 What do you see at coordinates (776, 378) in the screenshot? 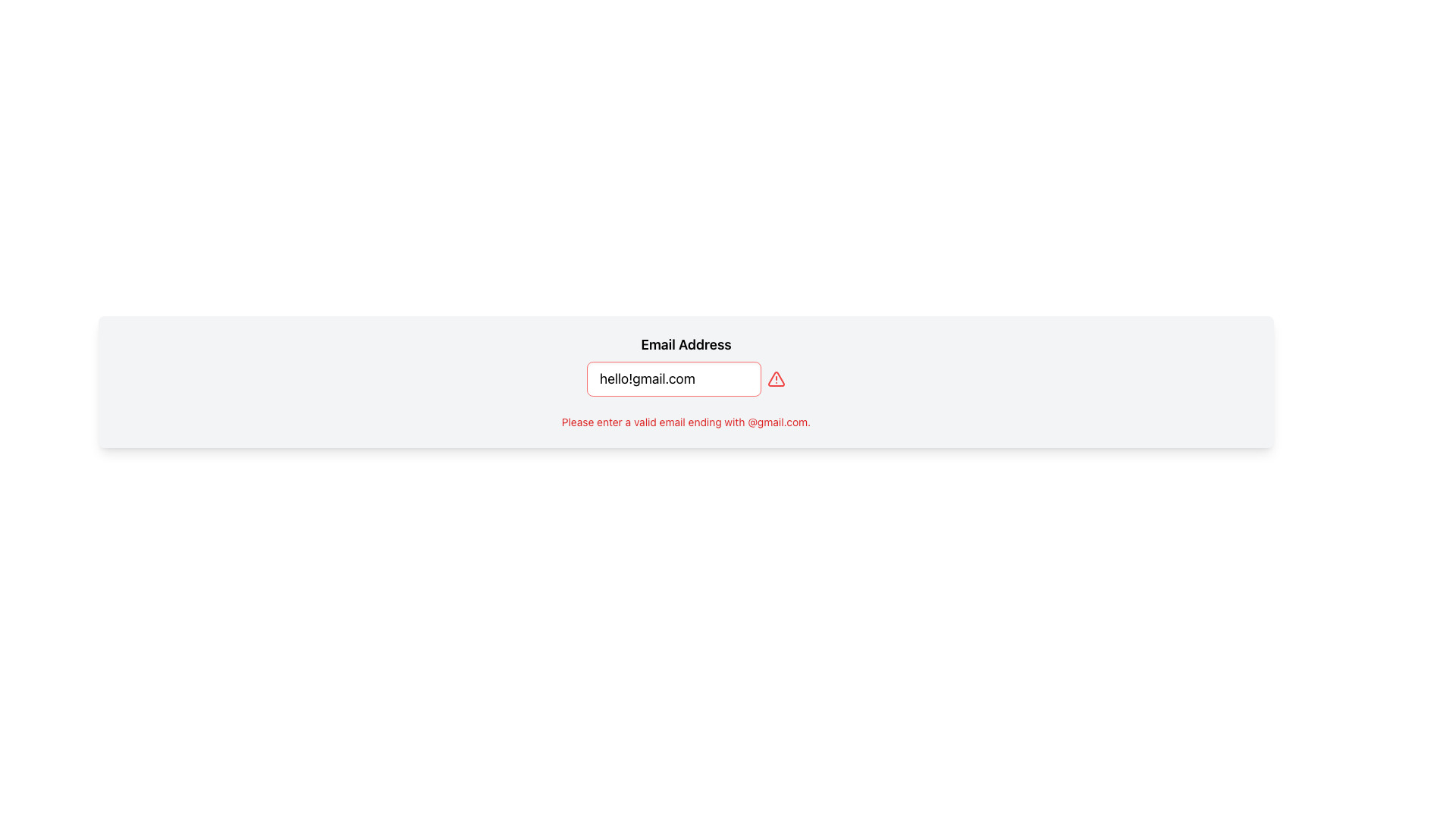
I see `the error alert icon indicating an issue with the email address, located to the right of the text input field and slightly above the error message text` at bounding box center [776, 378].